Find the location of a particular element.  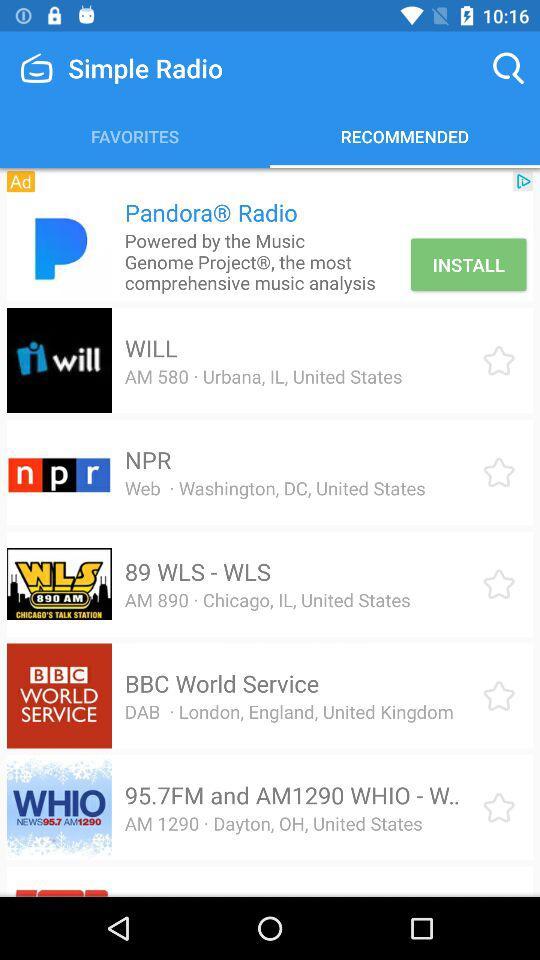

icon below am 1290 dayton icon is located at coordinates (273, 893).